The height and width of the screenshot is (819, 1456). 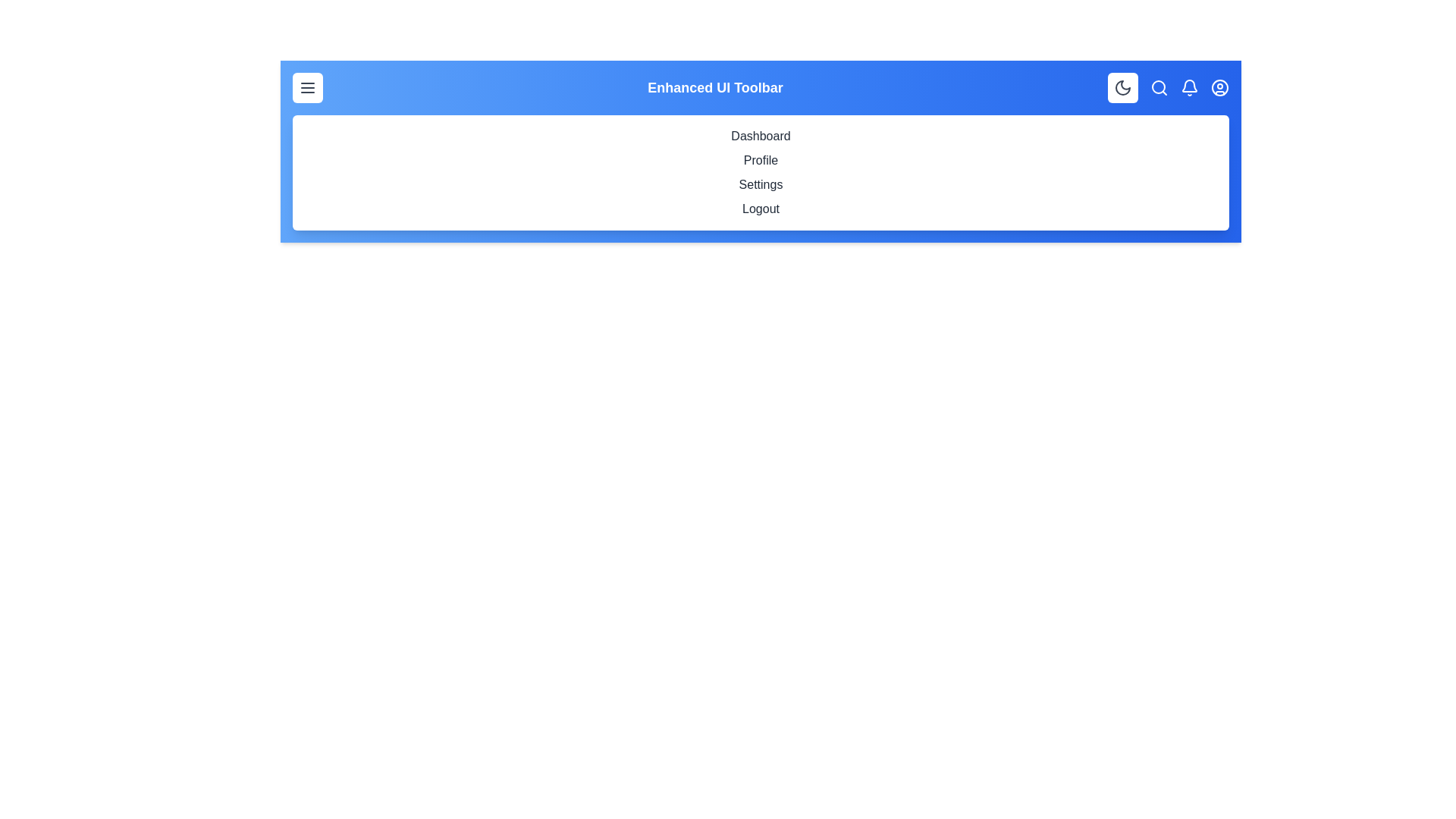 What do you see at coordinates (307, 87) in the screenshot?
I see `the menu toggle button to toggle the menu visibility` at bounding box center [307, 87].